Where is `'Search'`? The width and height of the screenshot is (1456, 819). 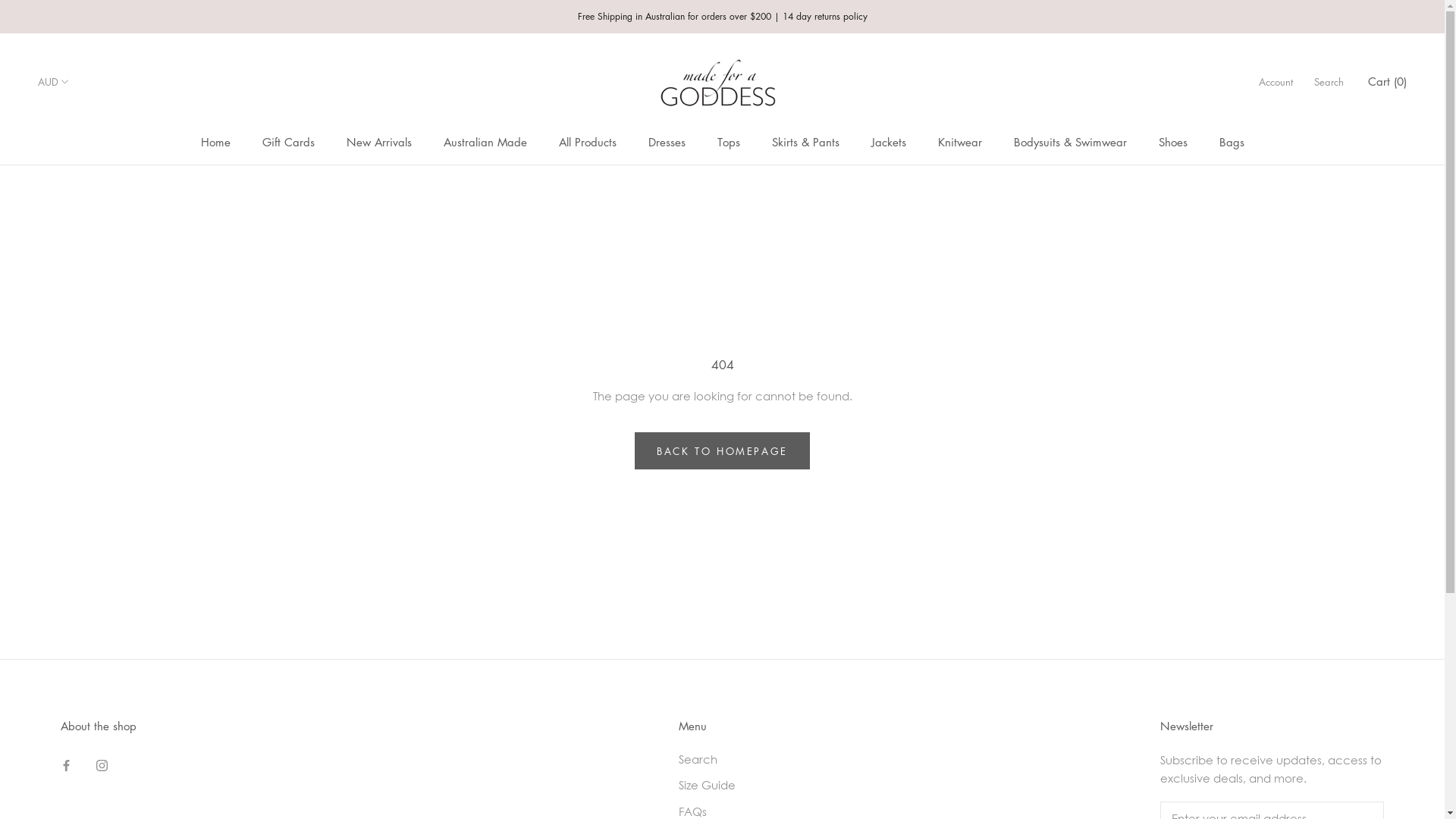 'Search' is located at coordinates (677, 759).